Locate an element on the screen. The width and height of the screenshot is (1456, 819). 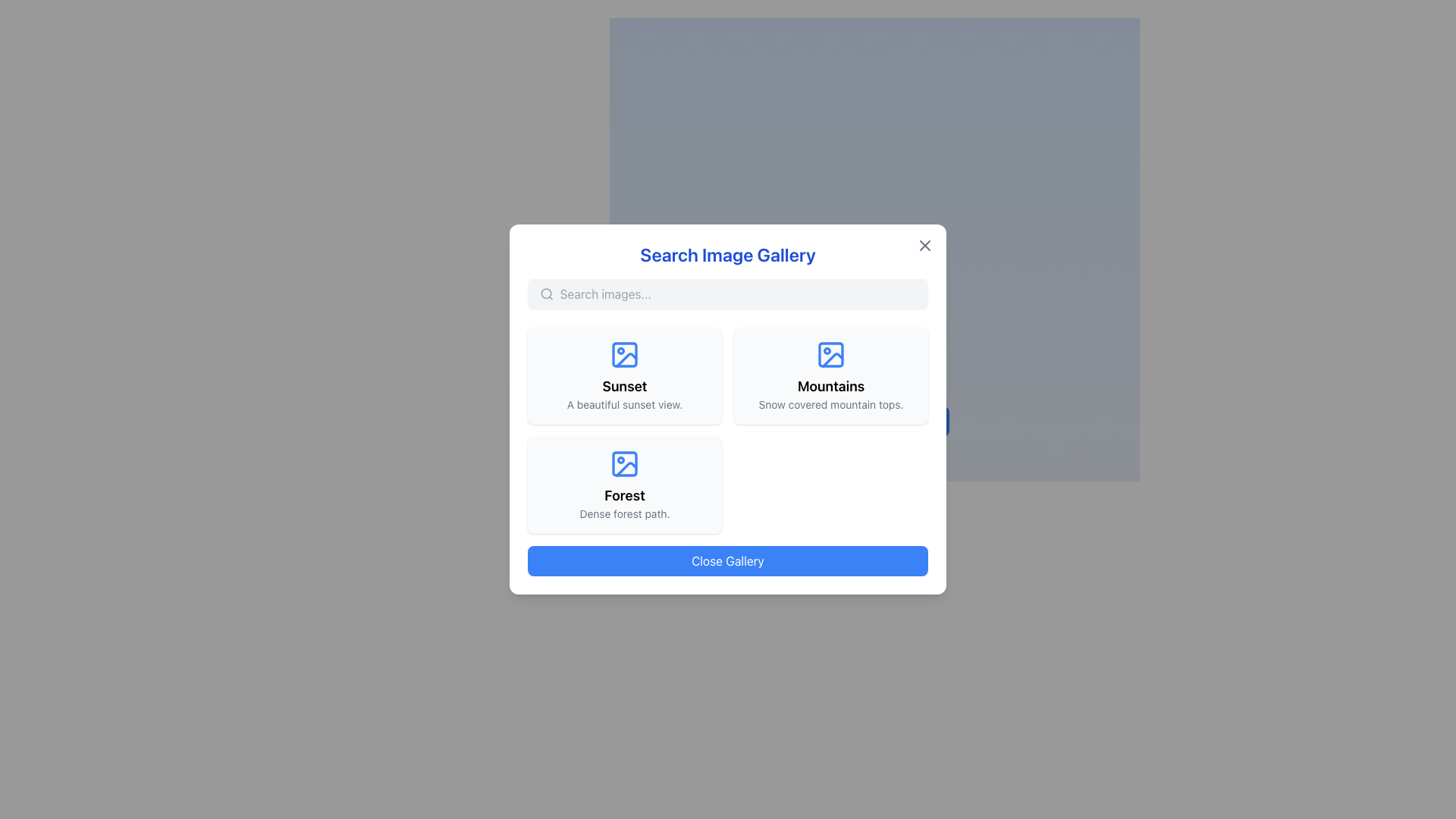
the search icon located to the left of the input field with the placeholder 'Search images...' in the modal dialog titled 'Search Image Gallery' is located at coordinates (546, 294).